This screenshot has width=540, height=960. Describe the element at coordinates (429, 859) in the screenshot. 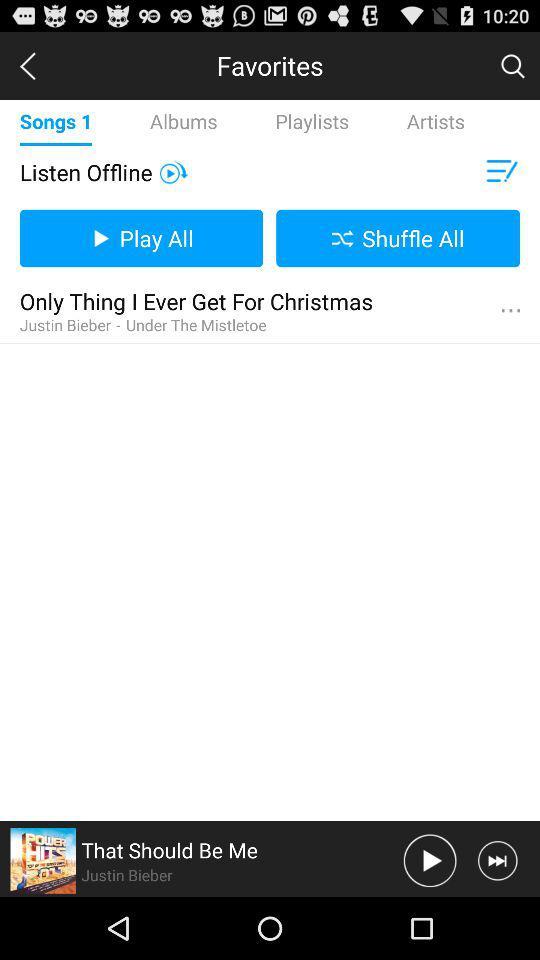

I see `pass botten` at that location.